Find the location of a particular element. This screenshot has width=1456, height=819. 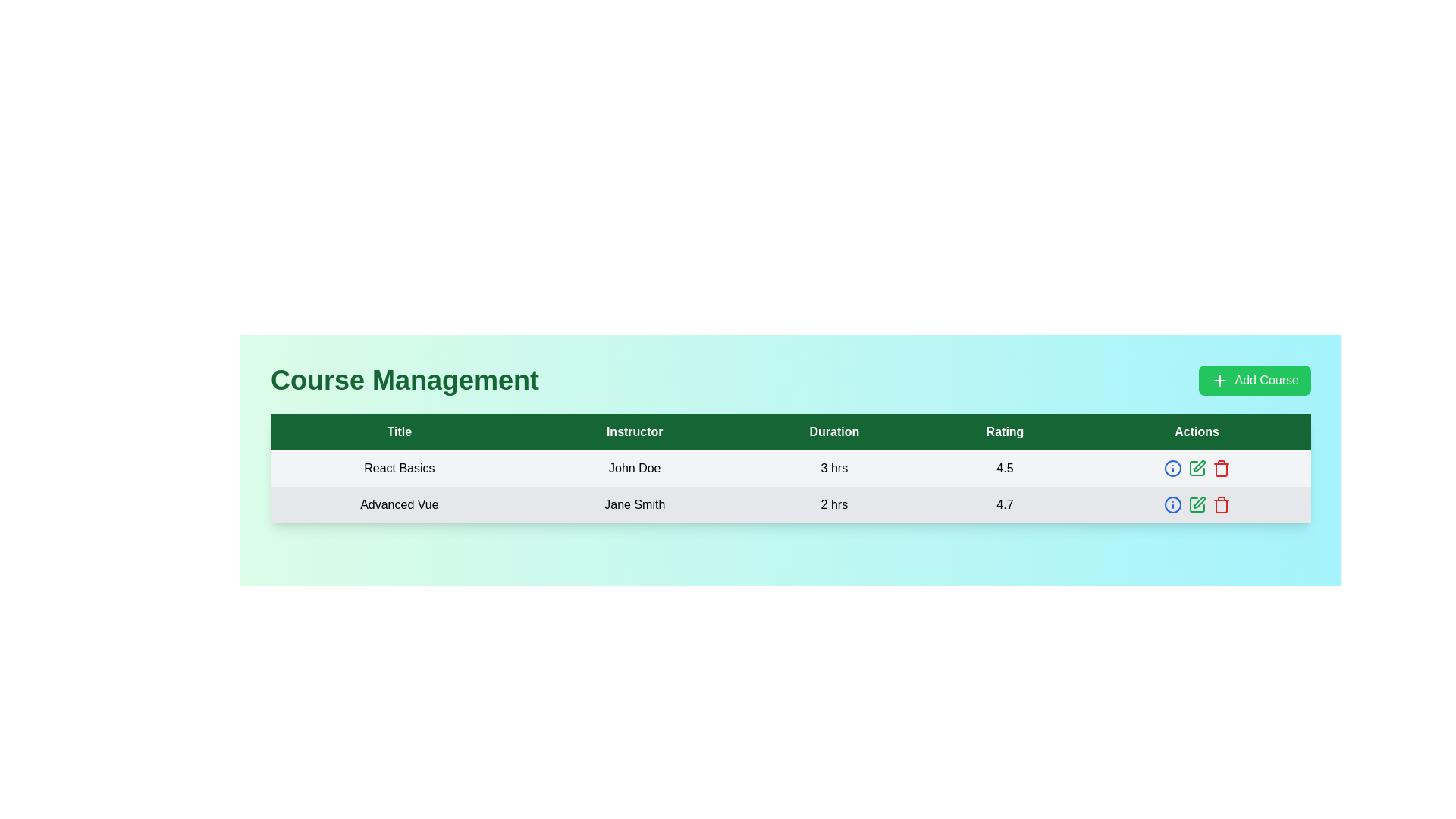

the green edit icon resembling a pen on a square in the Actions column of the React Basics course row to initiate edit mode is located at coordinates (1198, 503).